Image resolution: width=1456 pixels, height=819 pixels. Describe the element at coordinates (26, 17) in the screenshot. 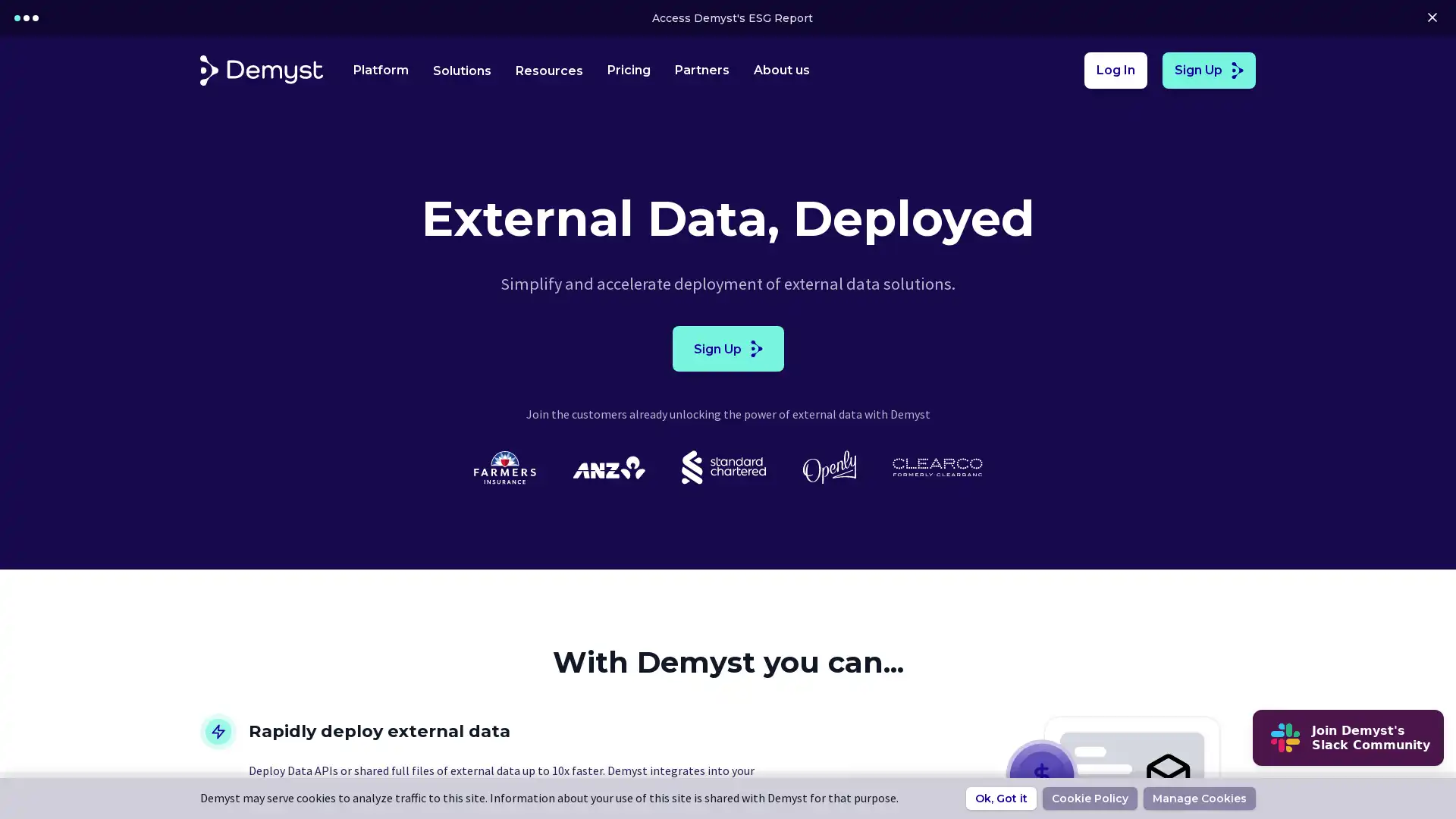

I see `Banner control button 1` at that location.